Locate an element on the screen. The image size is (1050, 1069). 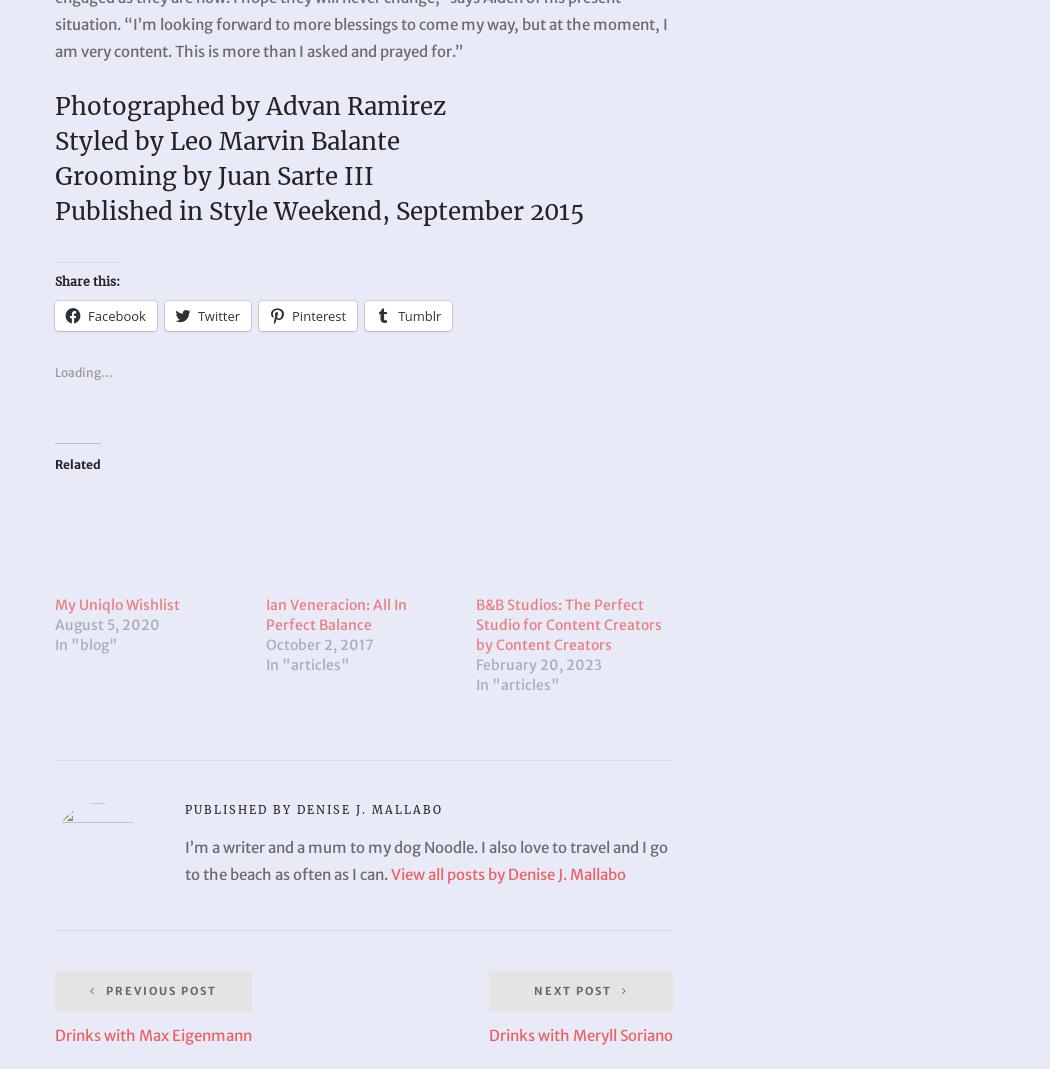
'Grooming by Juan Sarte III' is located at coordinates (213, 175).